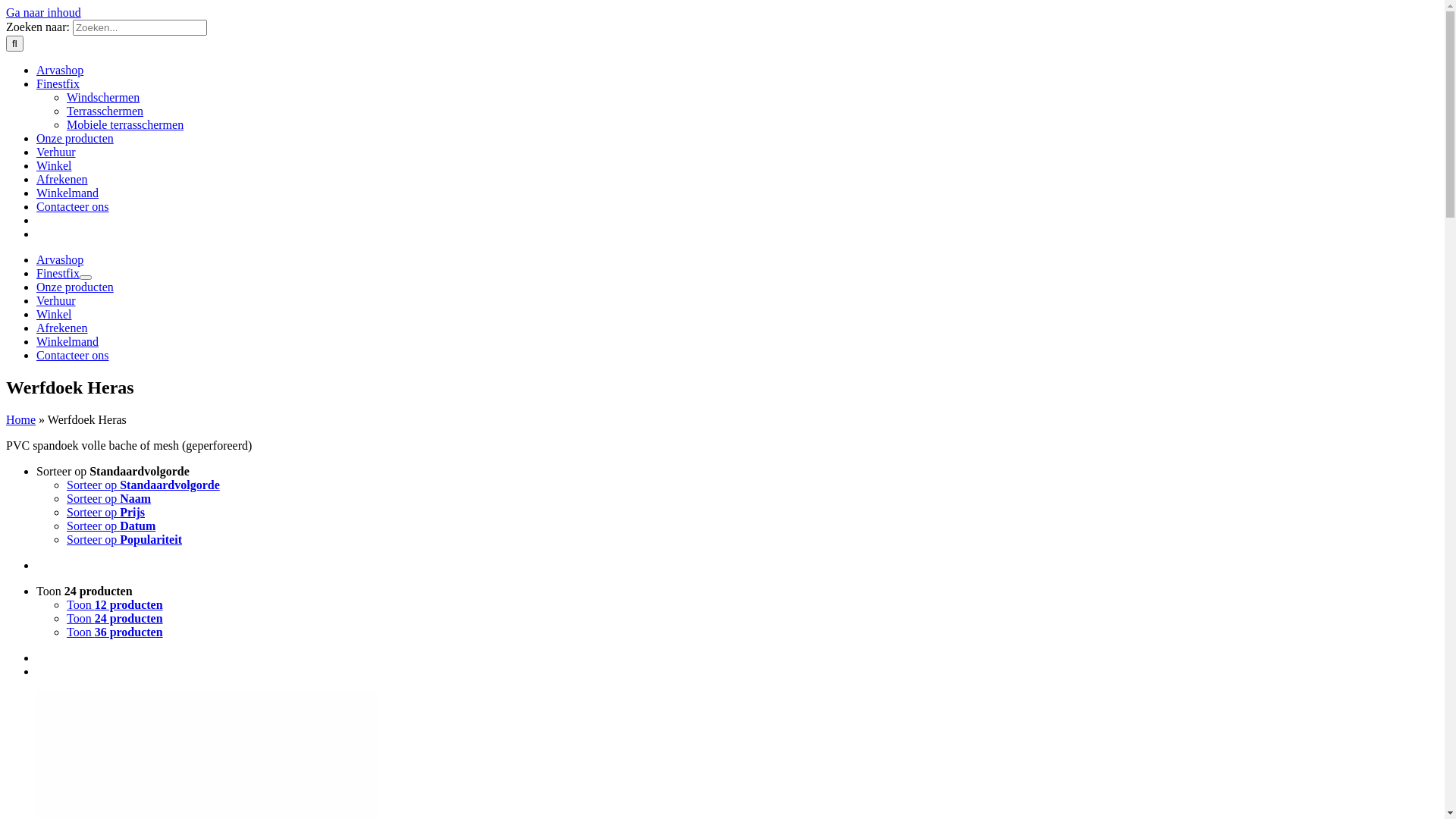 The height and width of the screenshot is (819, 1456). Describe the element at coordinates (36, 327) in the screenshot. I see `'Afrekenen'` at that location.